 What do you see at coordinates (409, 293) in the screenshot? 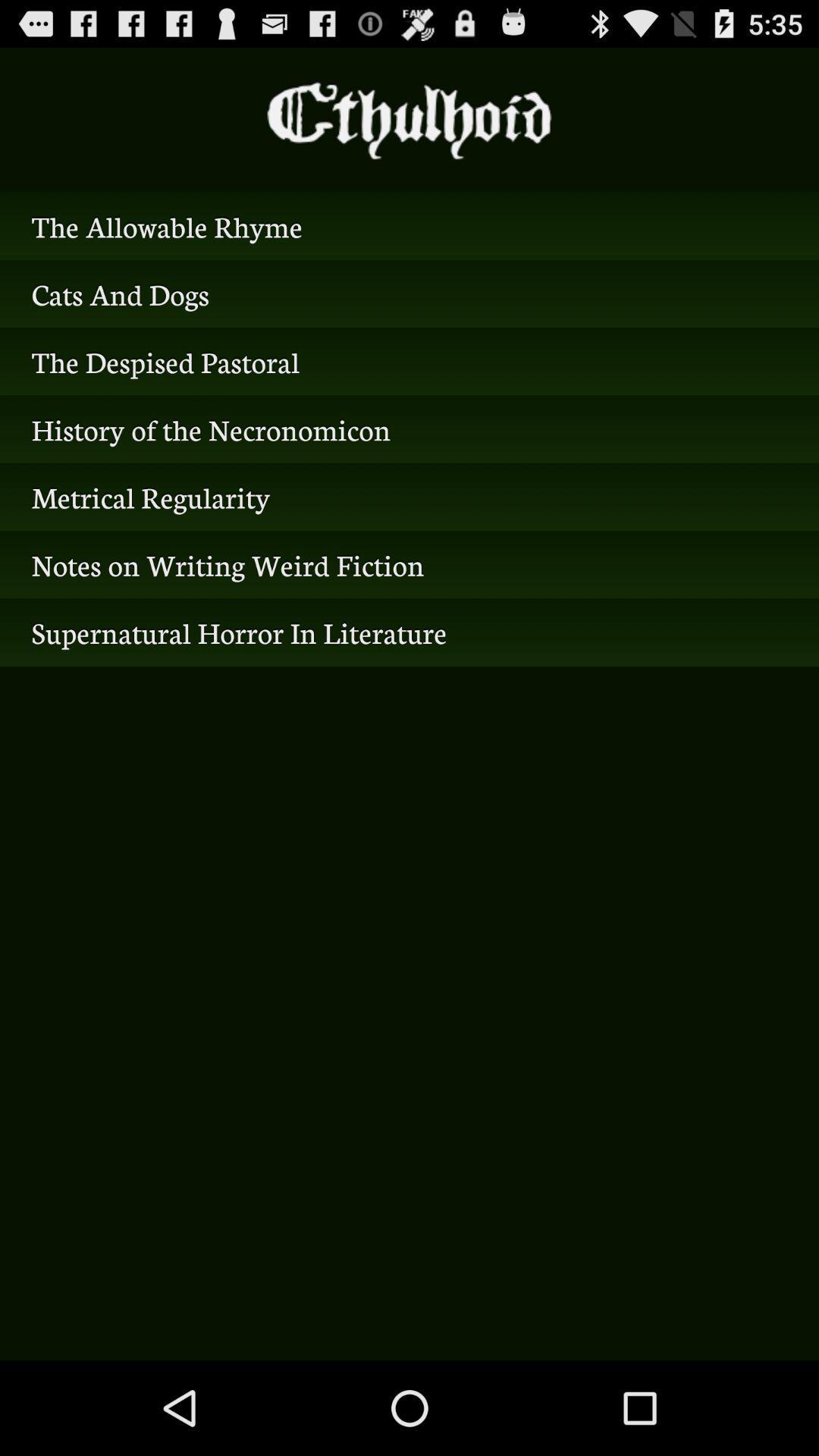
I see `the item above the the despised pastoral` at bounding box center [409, 293].